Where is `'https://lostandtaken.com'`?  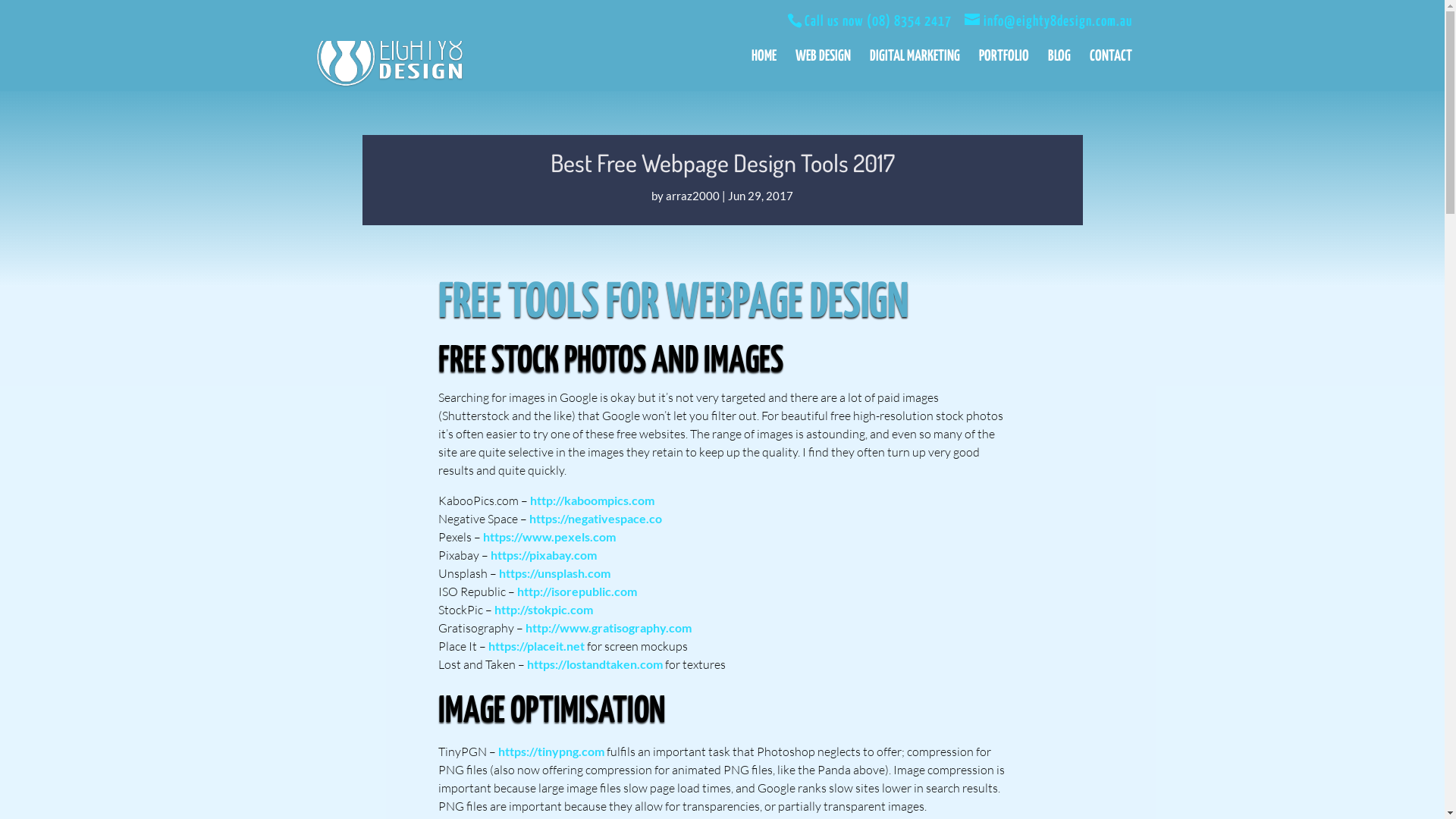 'https://lostandtaken.com' is located at coordinates (593, 663).